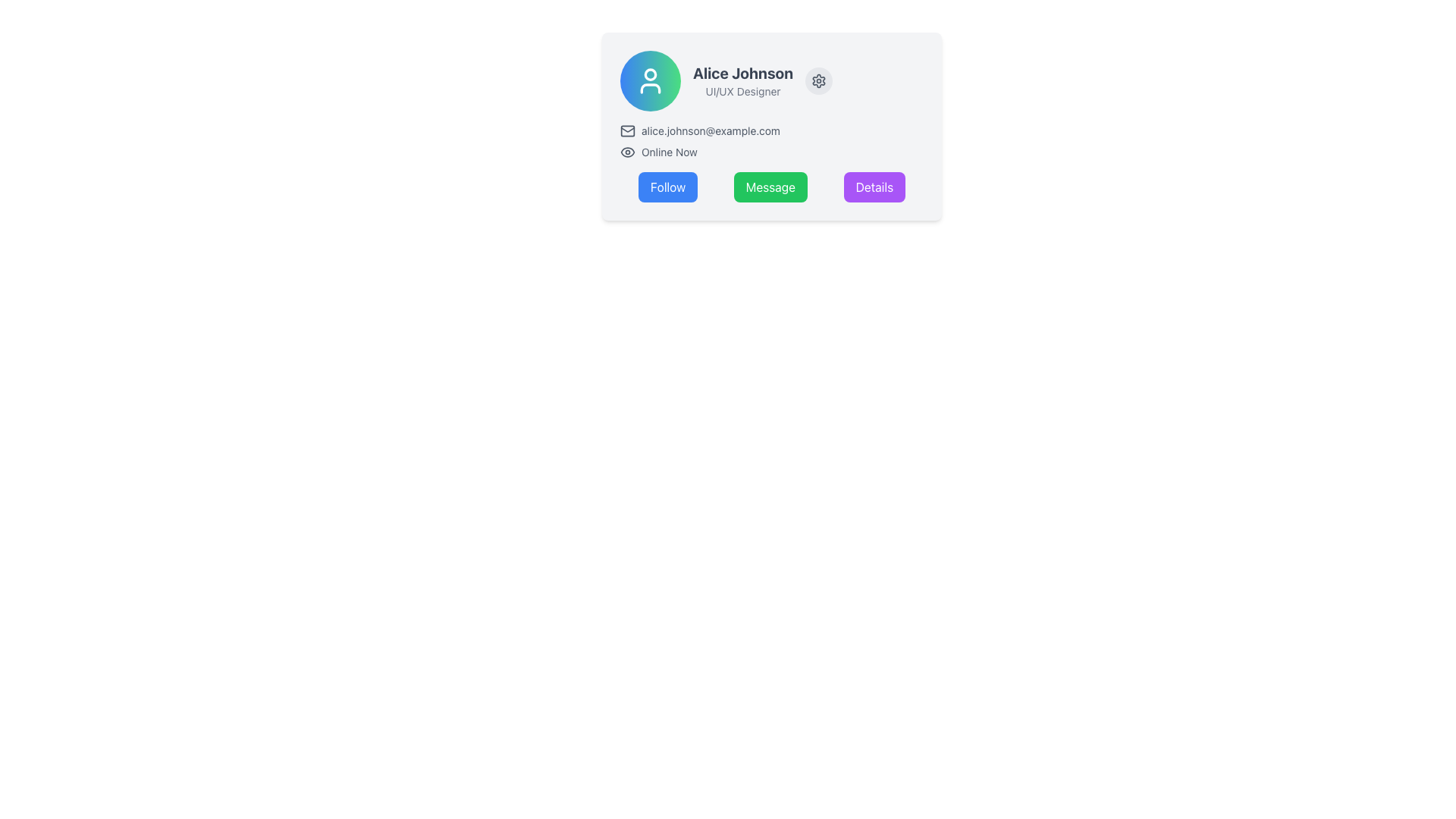 This screenshot has height=819, width=1456. I want to click on the modern gray mail icon, which is located to the left of 'alice.johnson@example.com', so click(628, 130).